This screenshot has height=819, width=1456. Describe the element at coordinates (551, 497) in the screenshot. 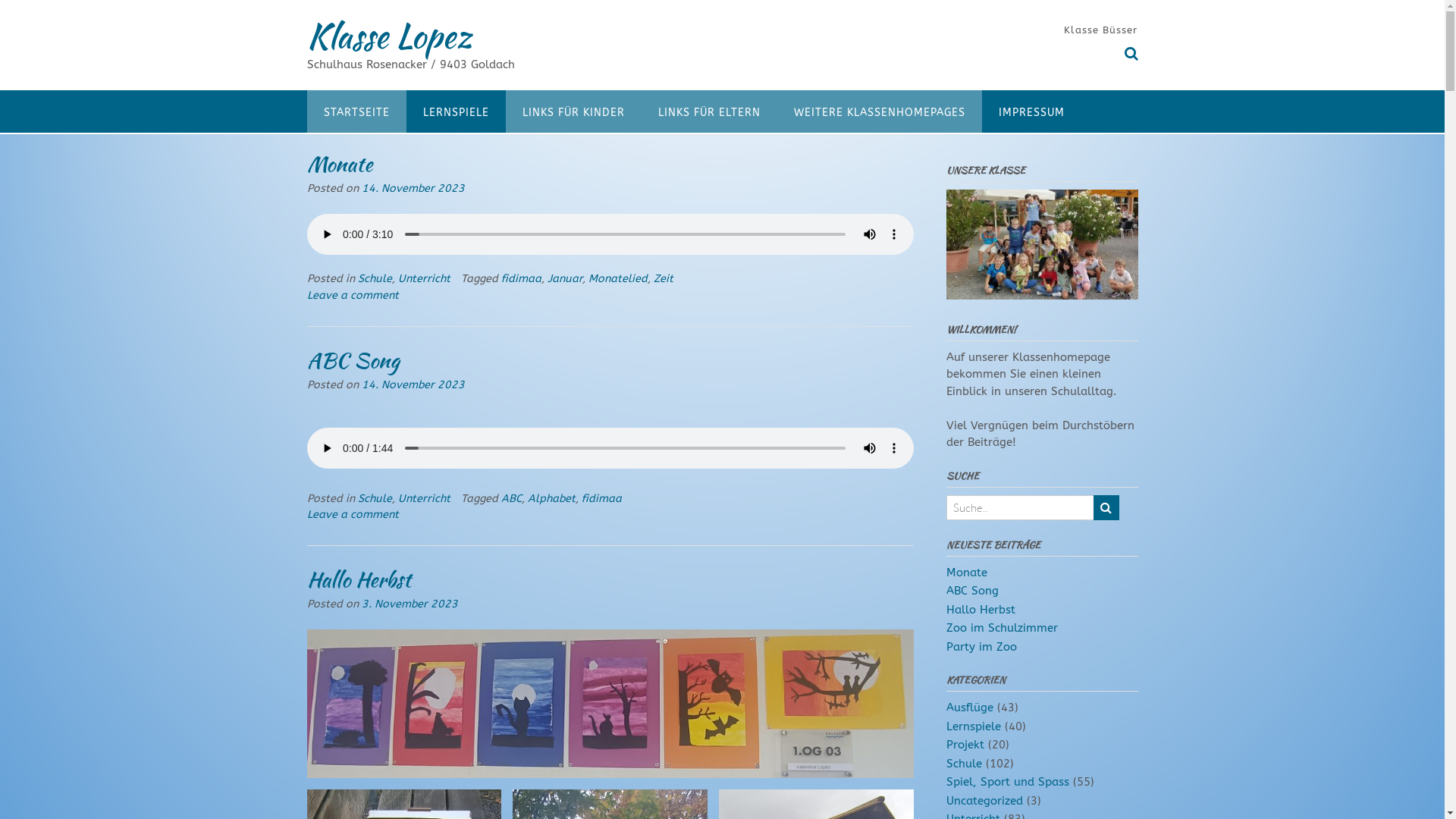

I see `'Alphabet'` at that location.